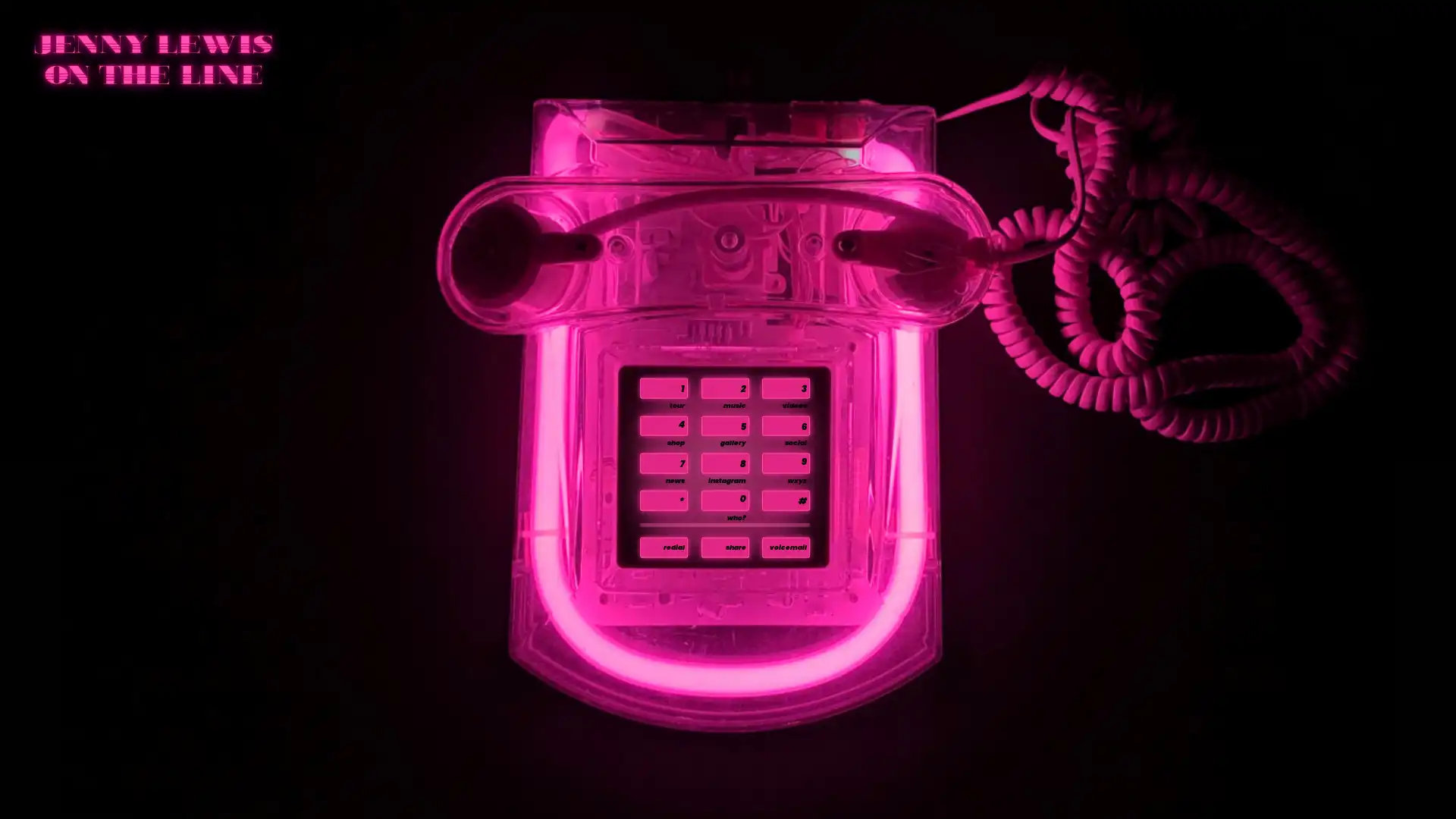  What do you see at coordinates (723, 462) in the screenshot?
I see `8 instagram` at bounding box center [723, 462].